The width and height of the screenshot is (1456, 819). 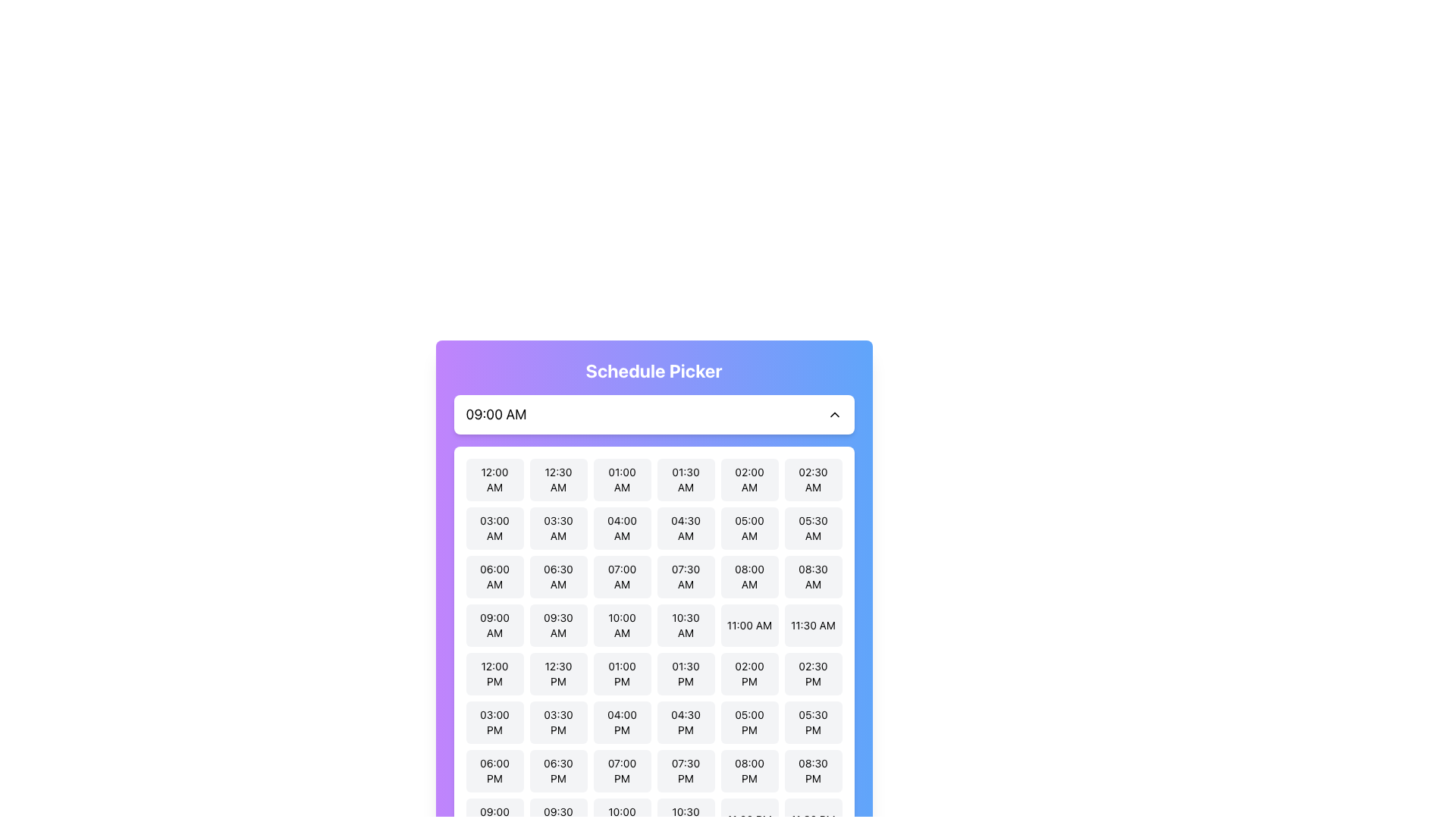 What do you see at coordinates (749, 721) in the screenshot?
I see `the button labeled '05:00 PM', which has a gray background that turns purple on hover and is positioned in the sixth column and row of a grid layout` at bounding box center [749, 721].